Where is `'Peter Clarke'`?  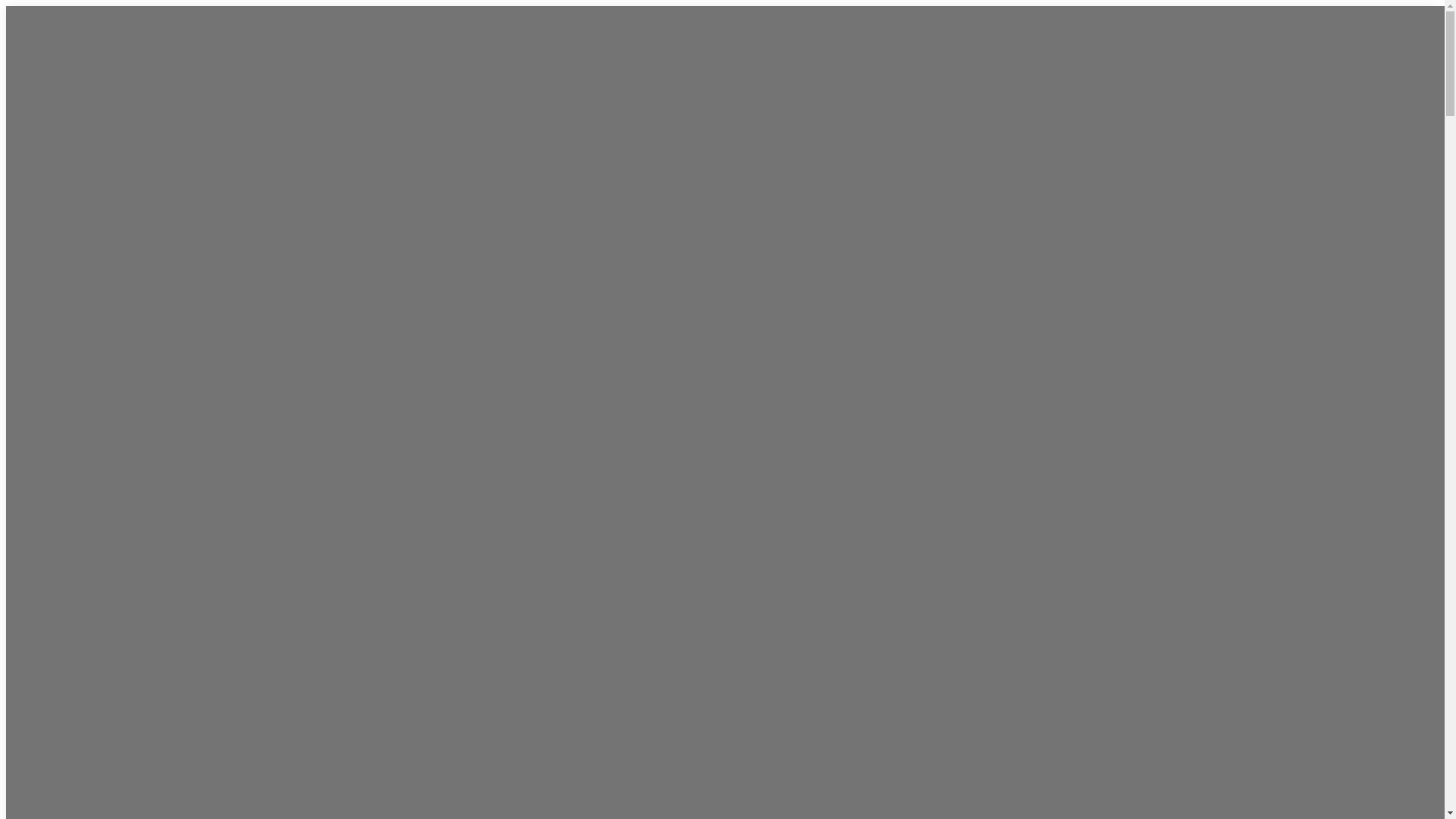
'Peter Clarke' is located at coordinates (667, 429).